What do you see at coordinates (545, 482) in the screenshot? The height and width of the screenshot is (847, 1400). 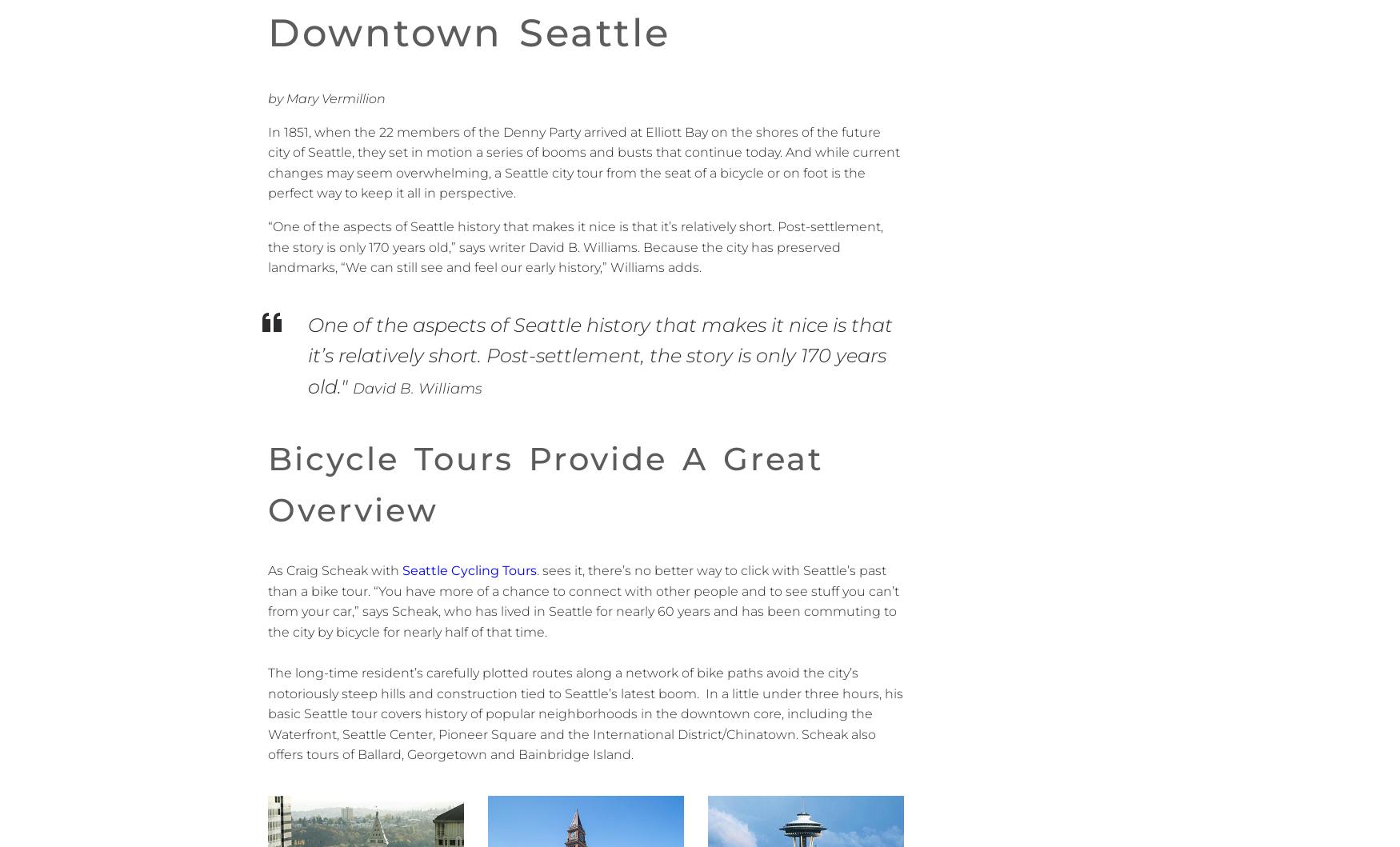 I see `'Bicycle tours provide a great overview'` at bounding box center [545, 482].